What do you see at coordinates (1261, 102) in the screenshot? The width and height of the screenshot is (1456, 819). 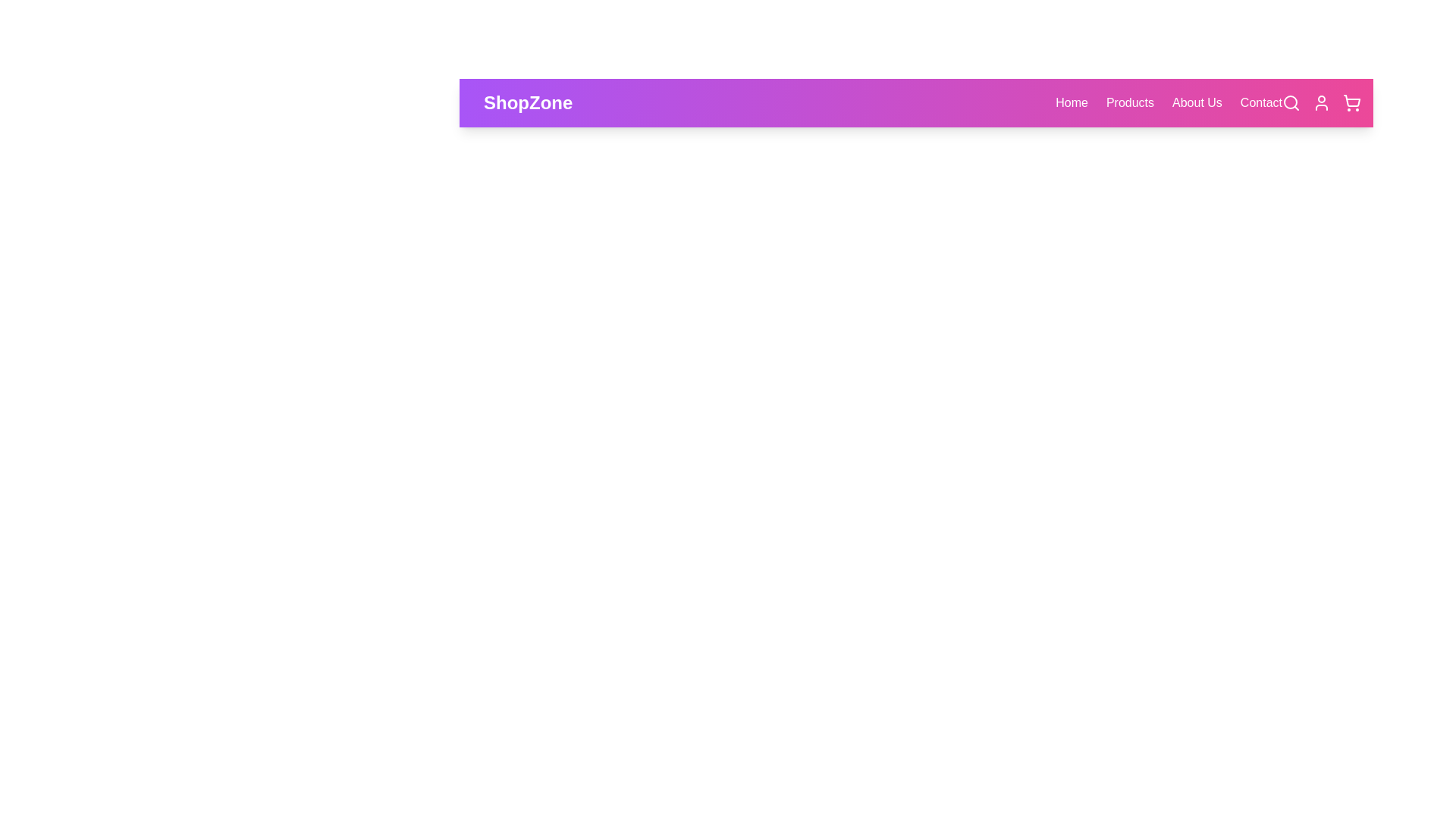 I see `the Contact link in the navigation bar to navigate to the respective section` at bounding box center [1261, 102].